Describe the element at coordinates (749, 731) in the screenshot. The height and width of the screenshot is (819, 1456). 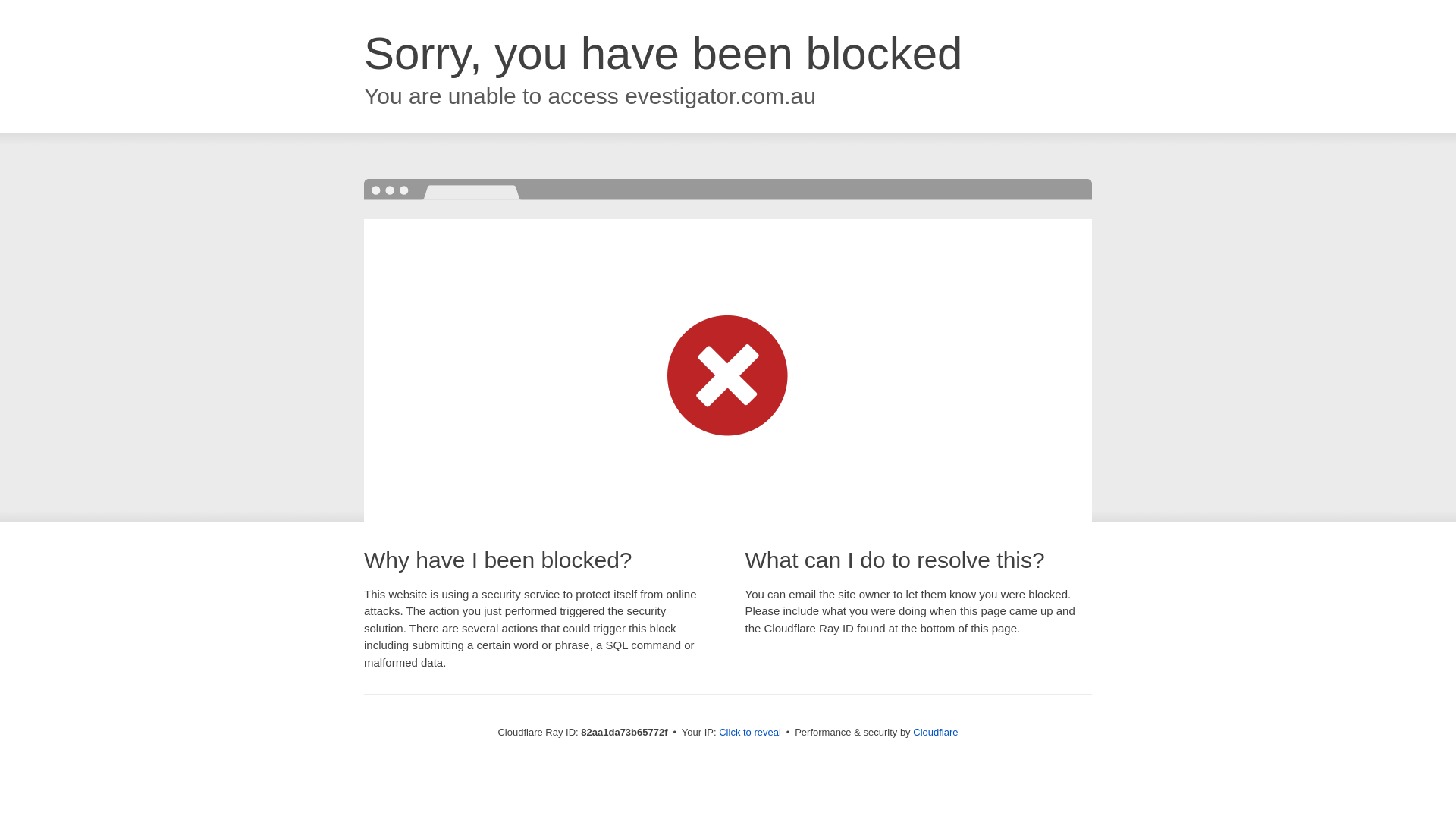
I see `'Click to reveal'` at that location.